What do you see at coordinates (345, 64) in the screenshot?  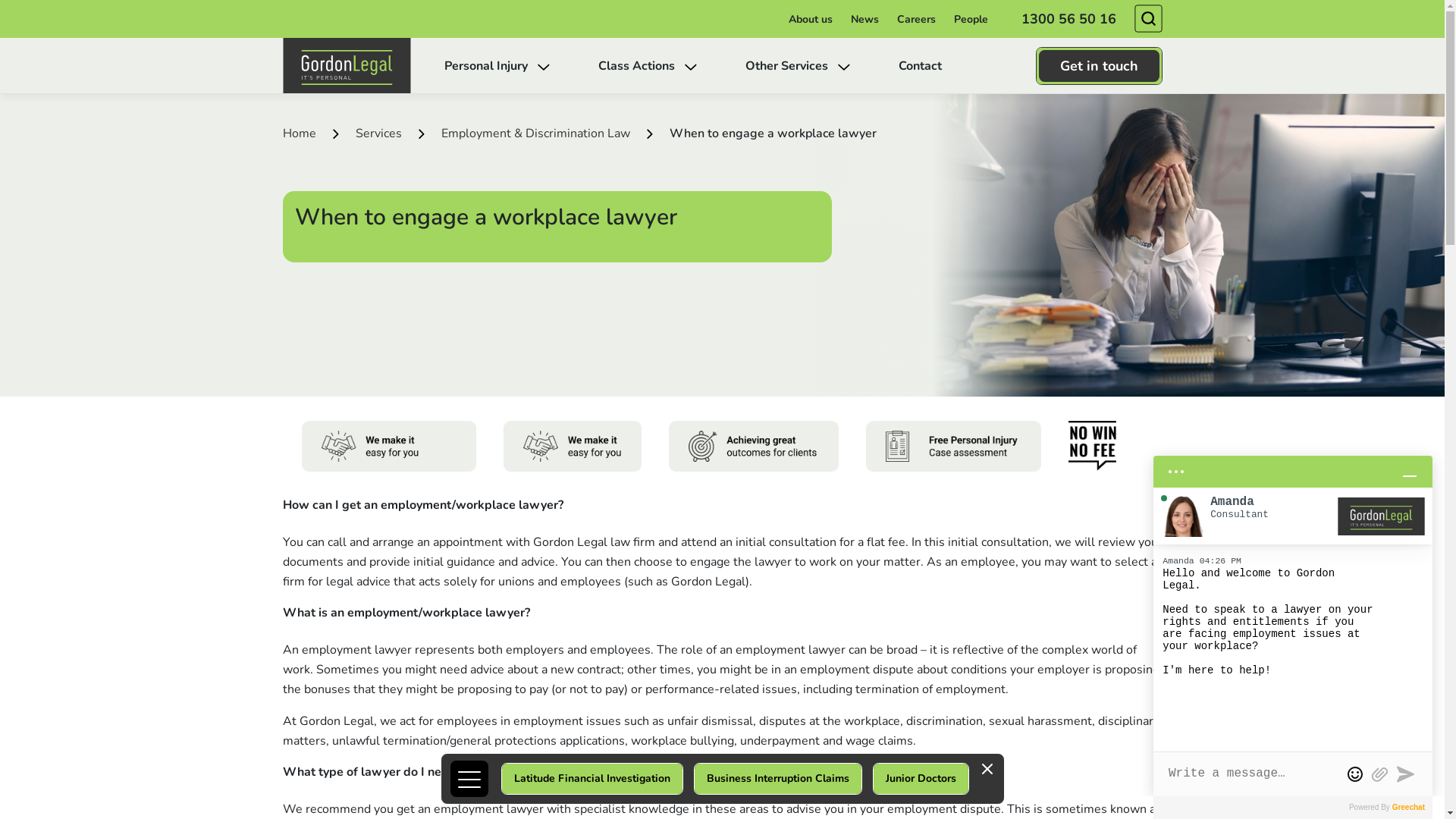 I see `'Gordon Legal'` at bounding box center [345, 64].